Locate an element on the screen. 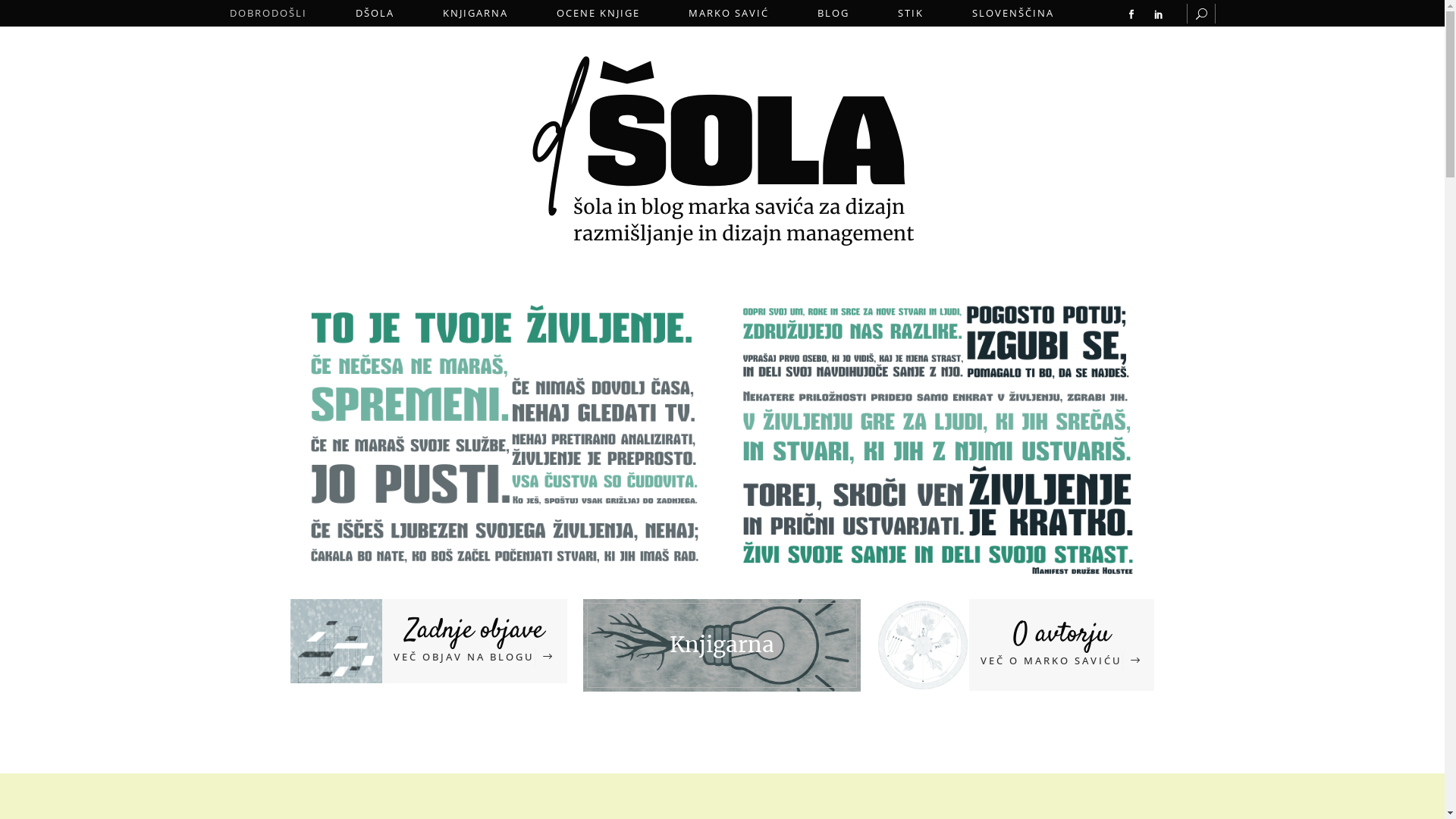 This screenshot has width=1456, height=819. 'KNJIGARNA' is located at coordinates (475, 13).